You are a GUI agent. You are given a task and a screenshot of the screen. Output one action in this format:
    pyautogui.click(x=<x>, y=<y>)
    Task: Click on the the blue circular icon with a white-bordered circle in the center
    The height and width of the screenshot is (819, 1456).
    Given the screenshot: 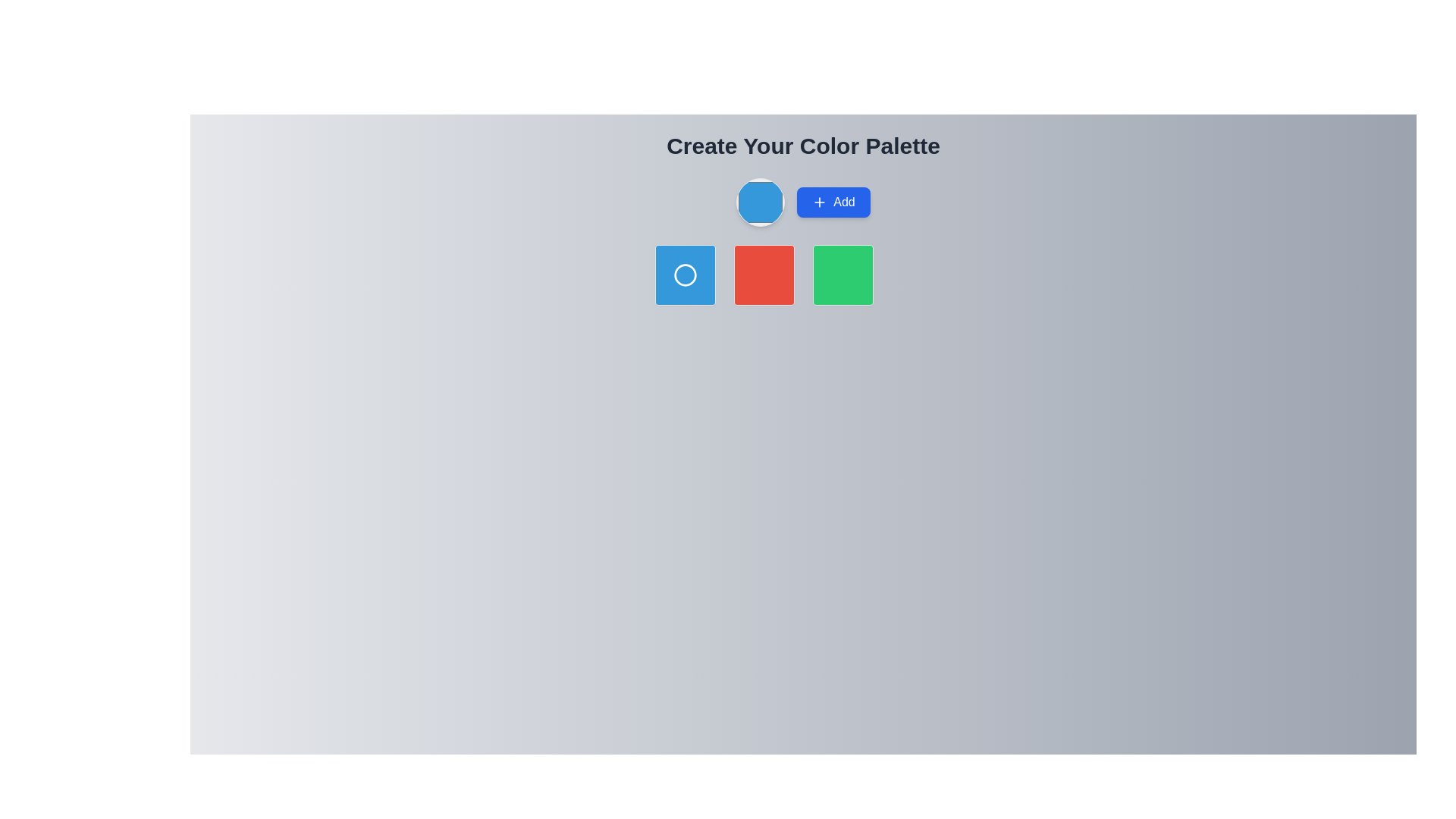 What is the action you would take?
    pyautogui.click(x=684, y=275)
    